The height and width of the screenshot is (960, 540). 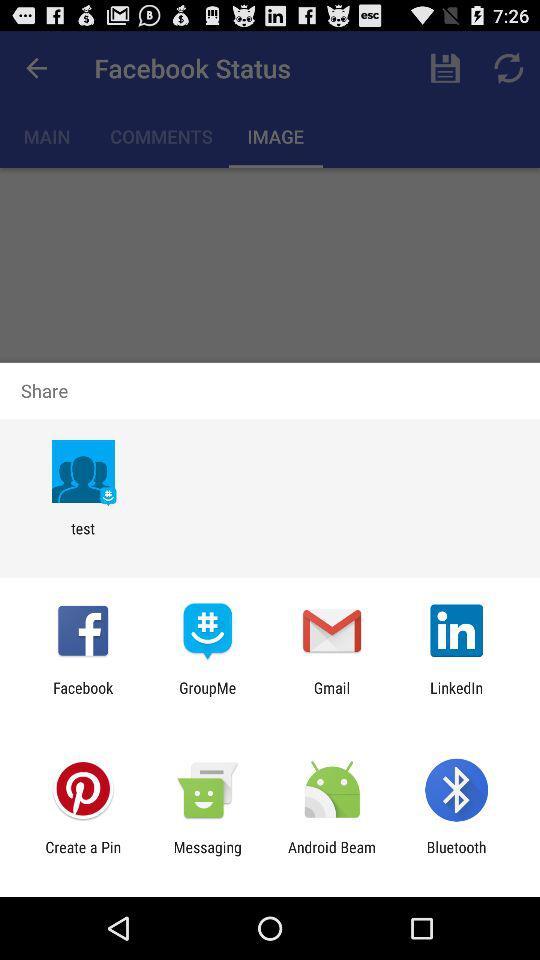 I want to click on app to the left of android beam app, so click(x=206, y=855).